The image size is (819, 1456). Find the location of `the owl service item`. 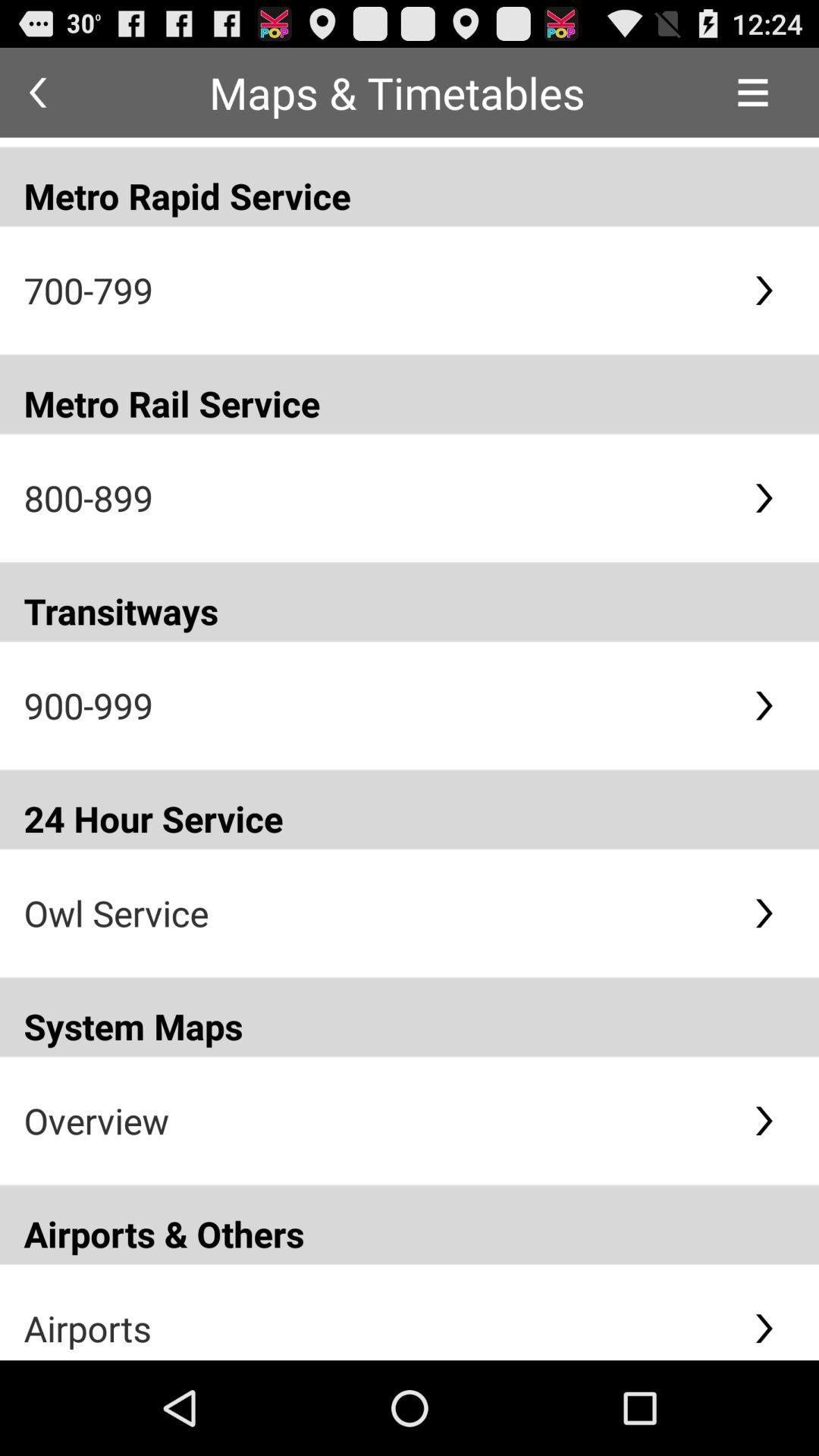

the owl service item is located at coordinates (375, 912).